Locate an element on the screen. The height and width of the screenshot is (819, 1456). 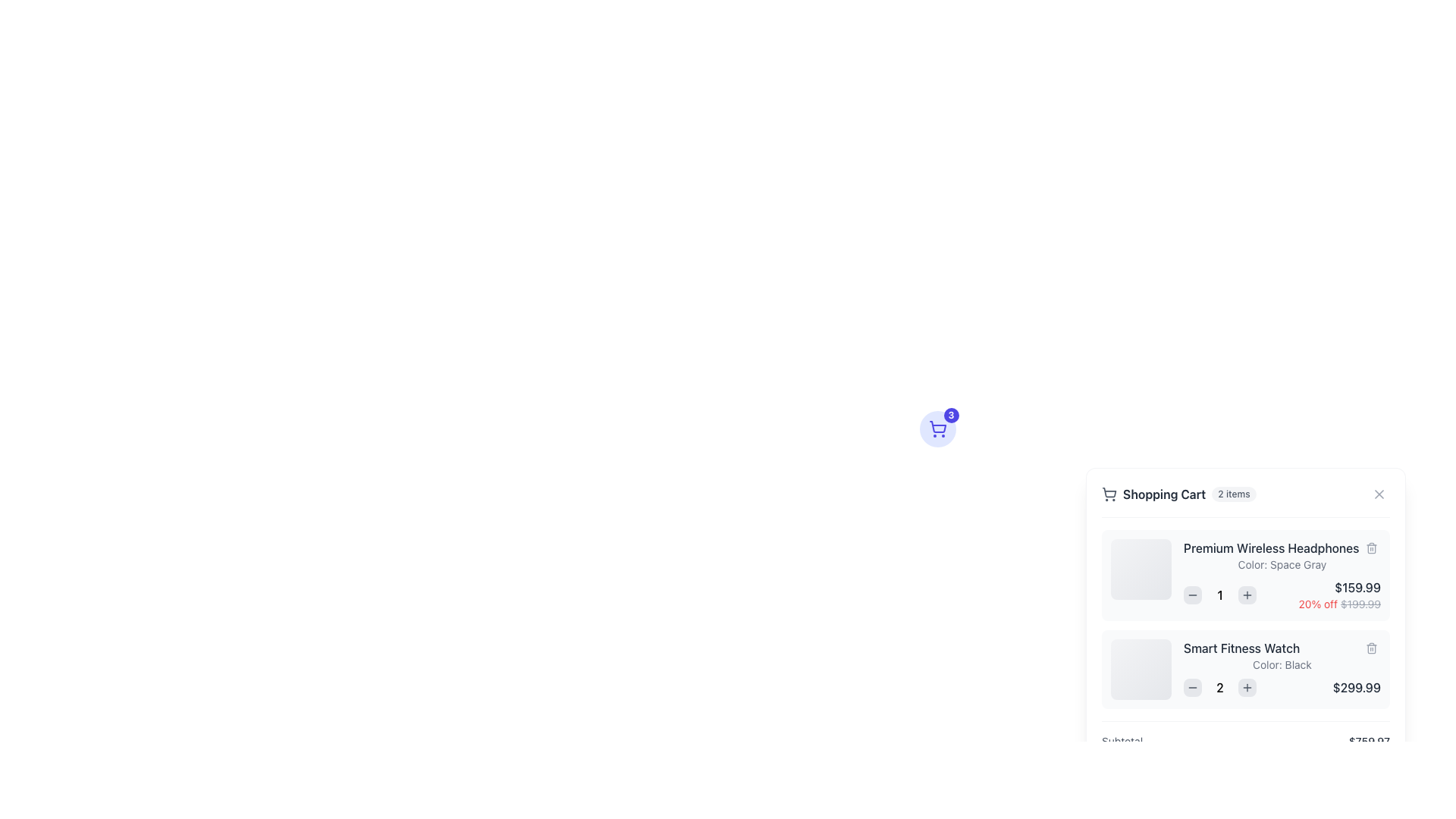
the Image Placeholder for the 'Smart Fitness Watch' located on the left side of the row in the shopping cart section is located at coordinates (1141, 669).